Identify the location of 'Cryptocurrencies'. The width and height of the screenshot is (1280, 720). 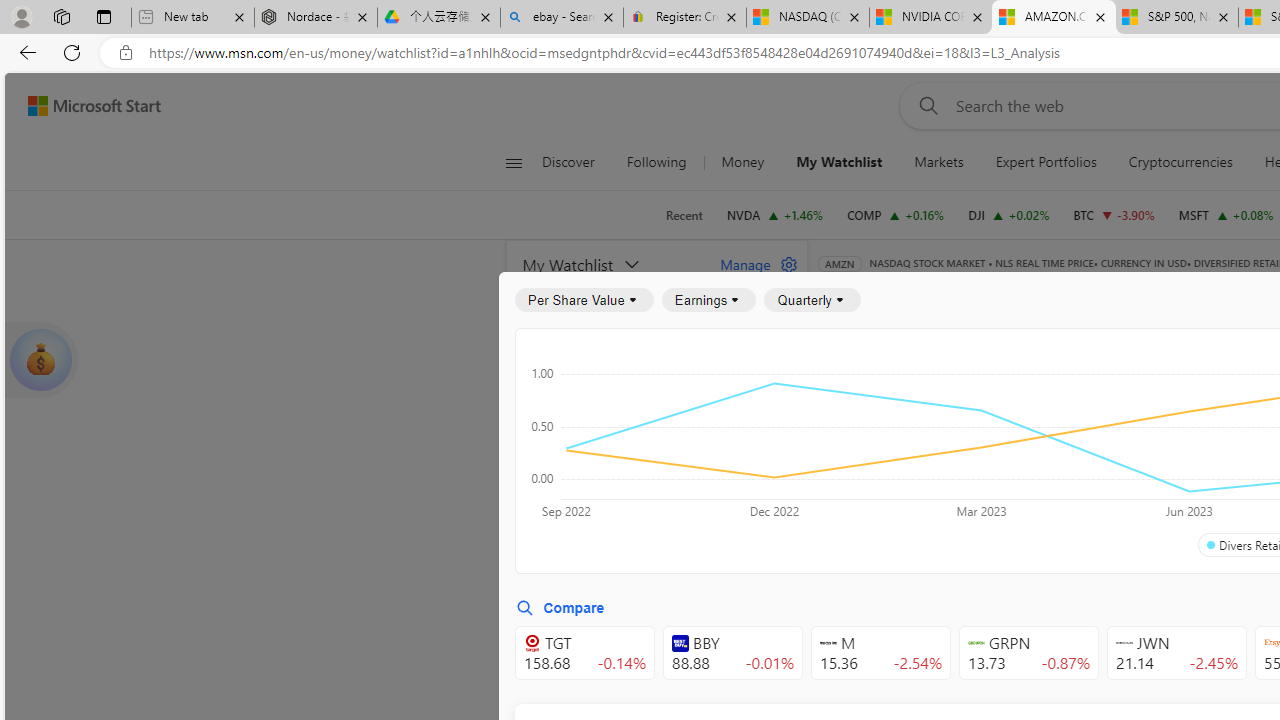
(1180, 162).